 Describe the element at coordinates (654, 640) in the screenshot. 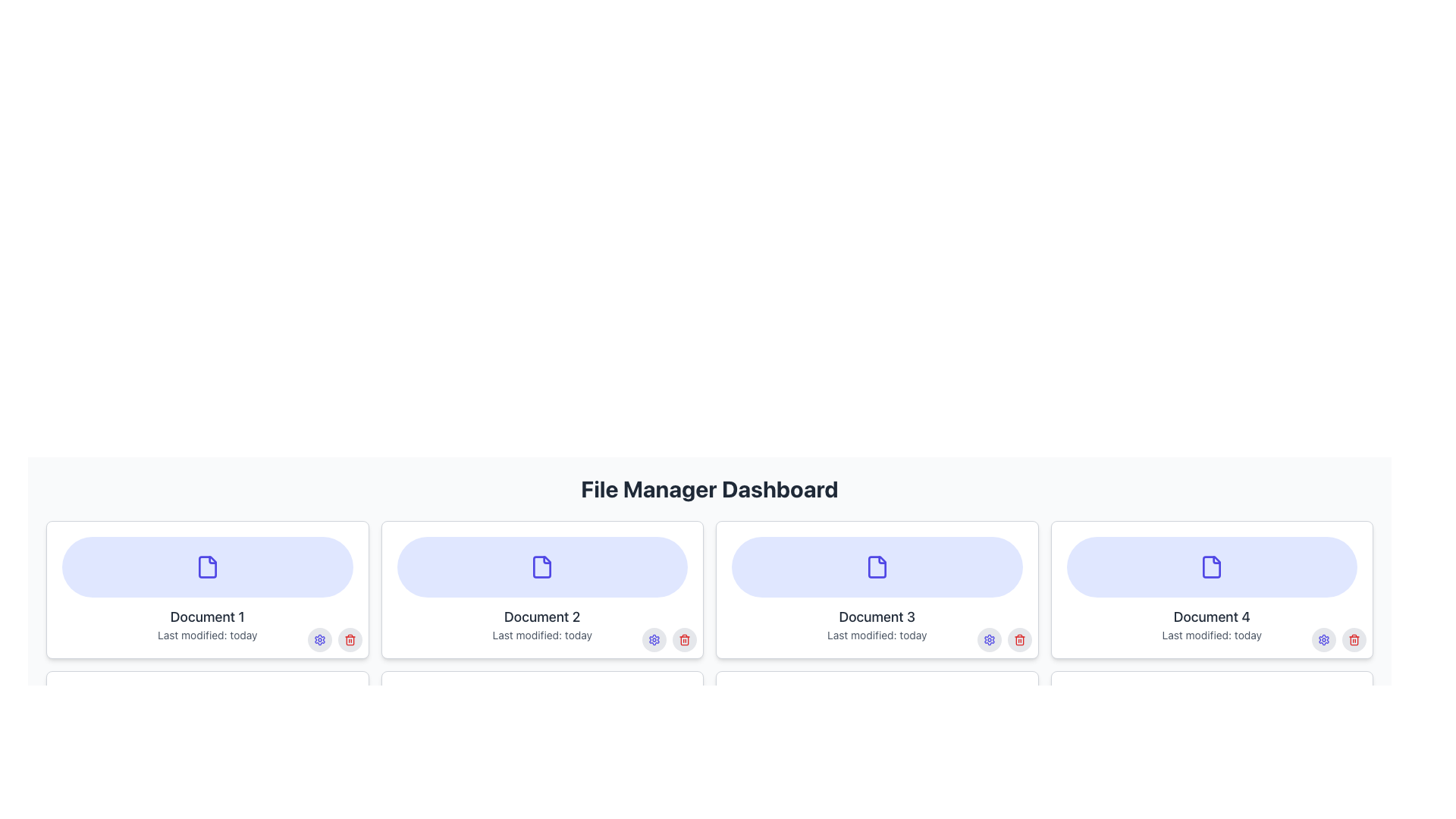

I see `the circular button with a light-gray background and a gear icon in the center, located at the bottom-right corner of the 'Document 2' card` at that location.